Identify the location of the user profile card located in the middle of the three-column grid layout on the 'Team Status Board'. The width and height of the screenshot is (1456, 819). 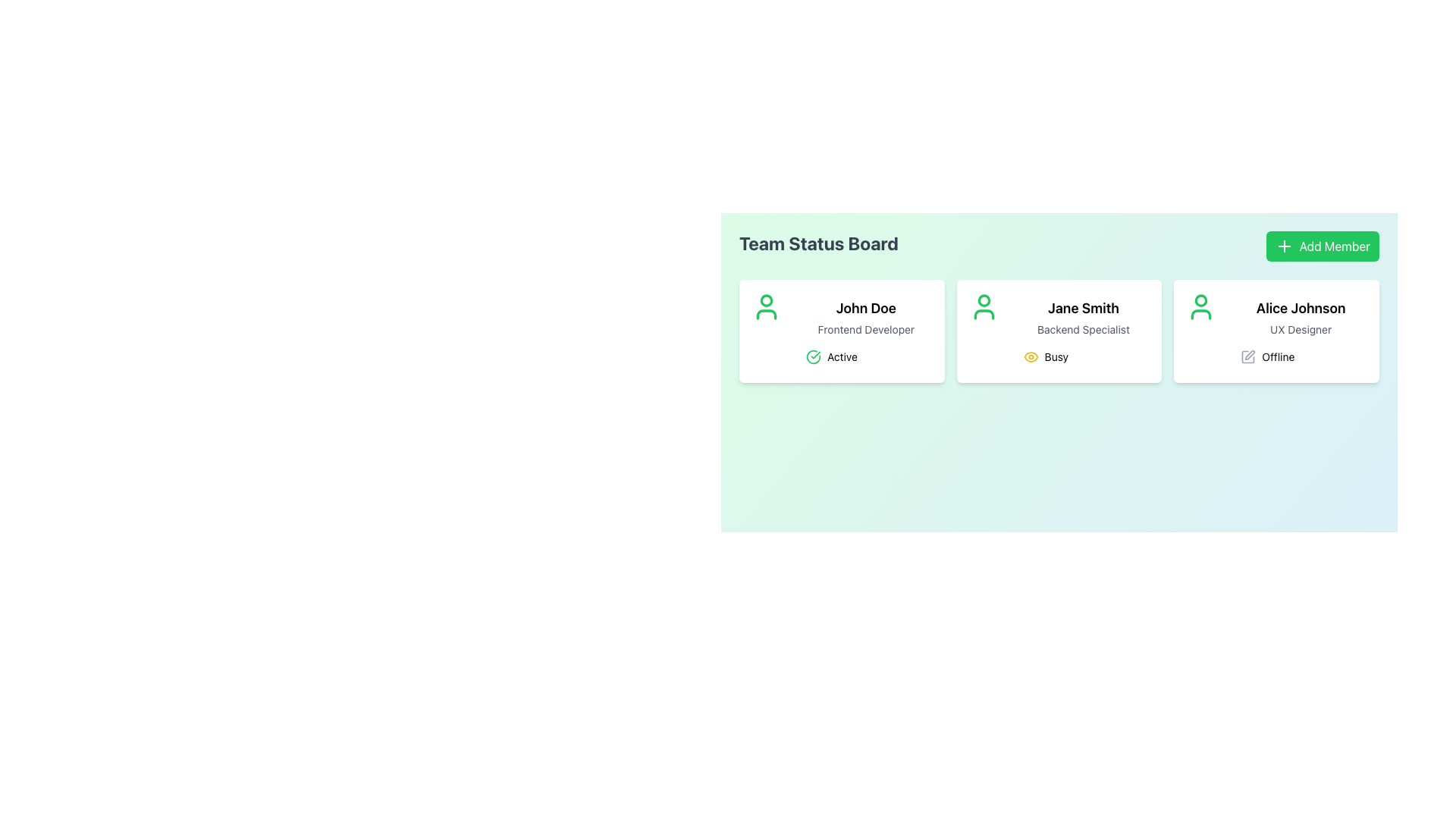
(1058, 330).